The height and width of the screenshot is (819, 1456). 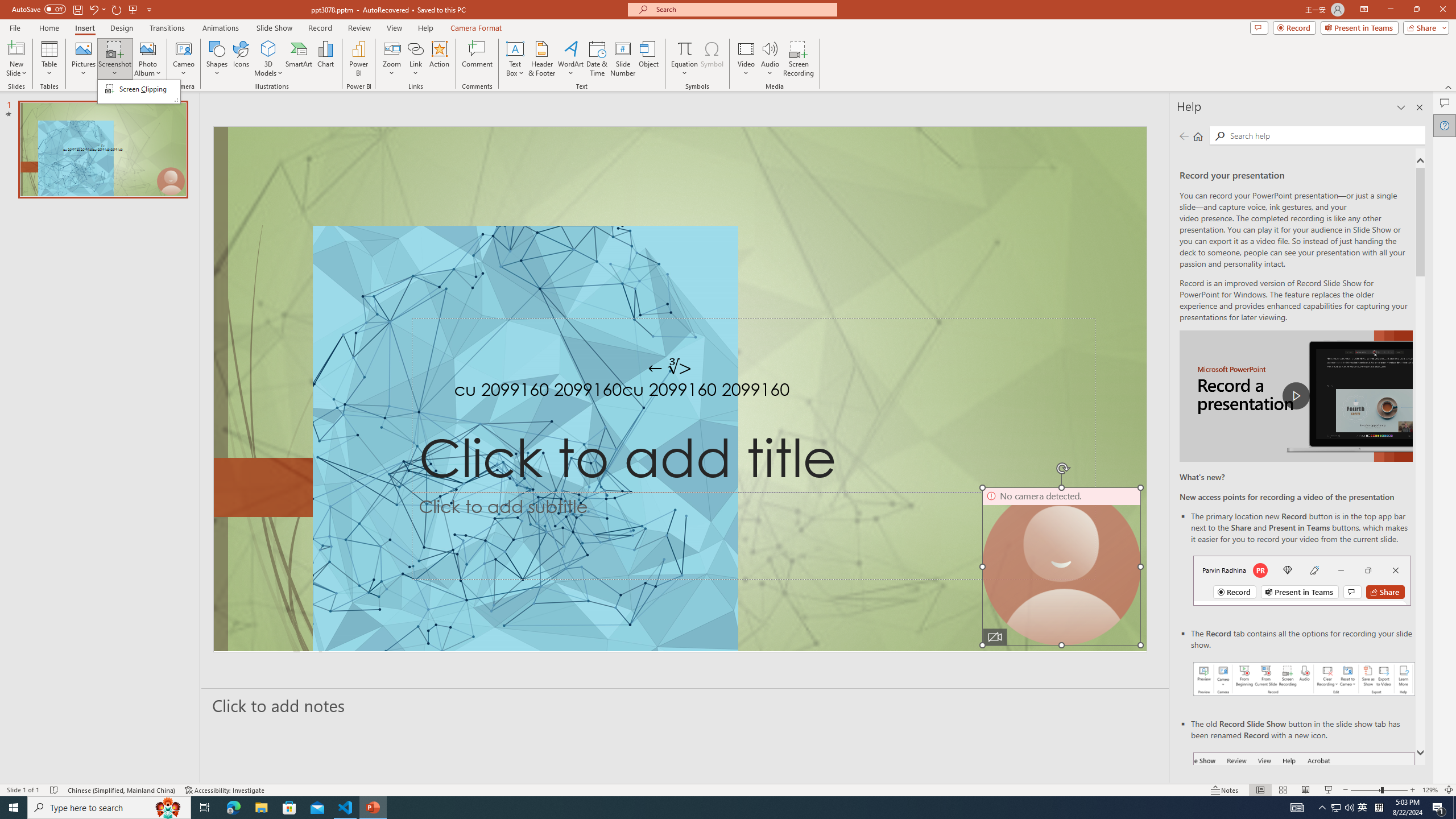 I want to click on 'play Record a Presentation', so click(x=1296, y=396).